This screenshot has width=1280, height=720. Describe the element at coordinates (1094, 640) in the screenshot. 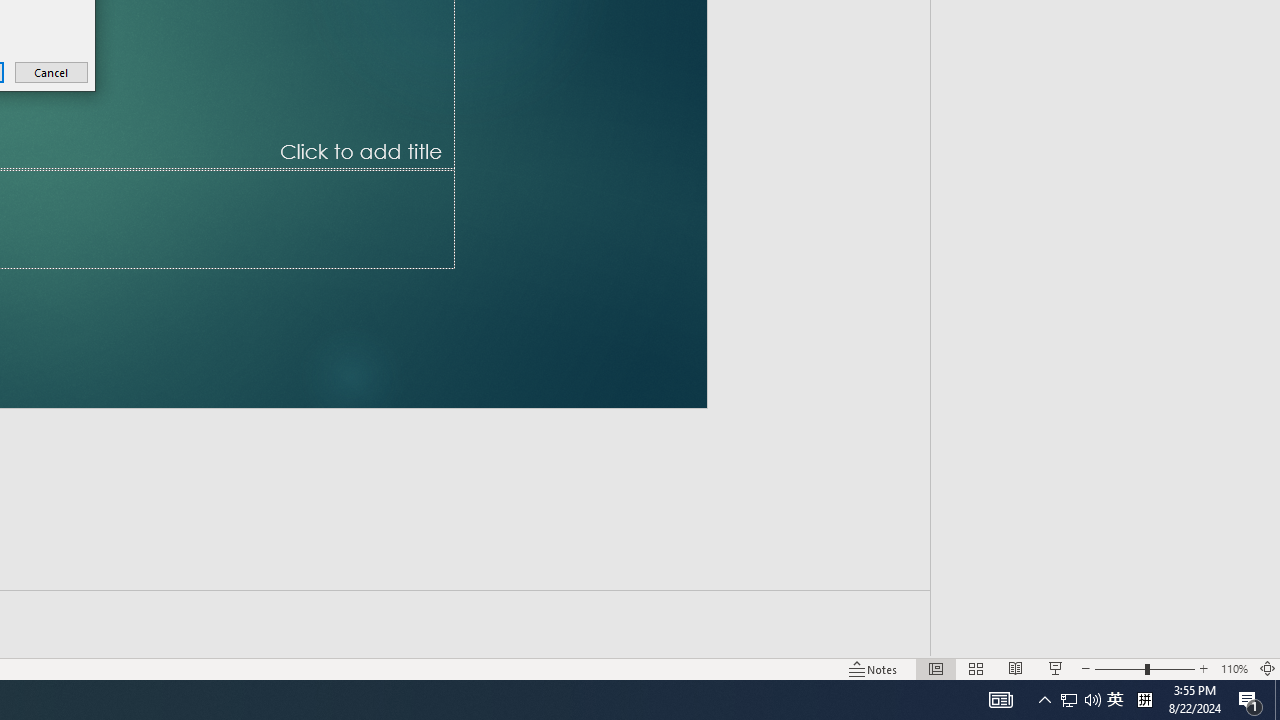

I see `'Zoom Out'` at that location.